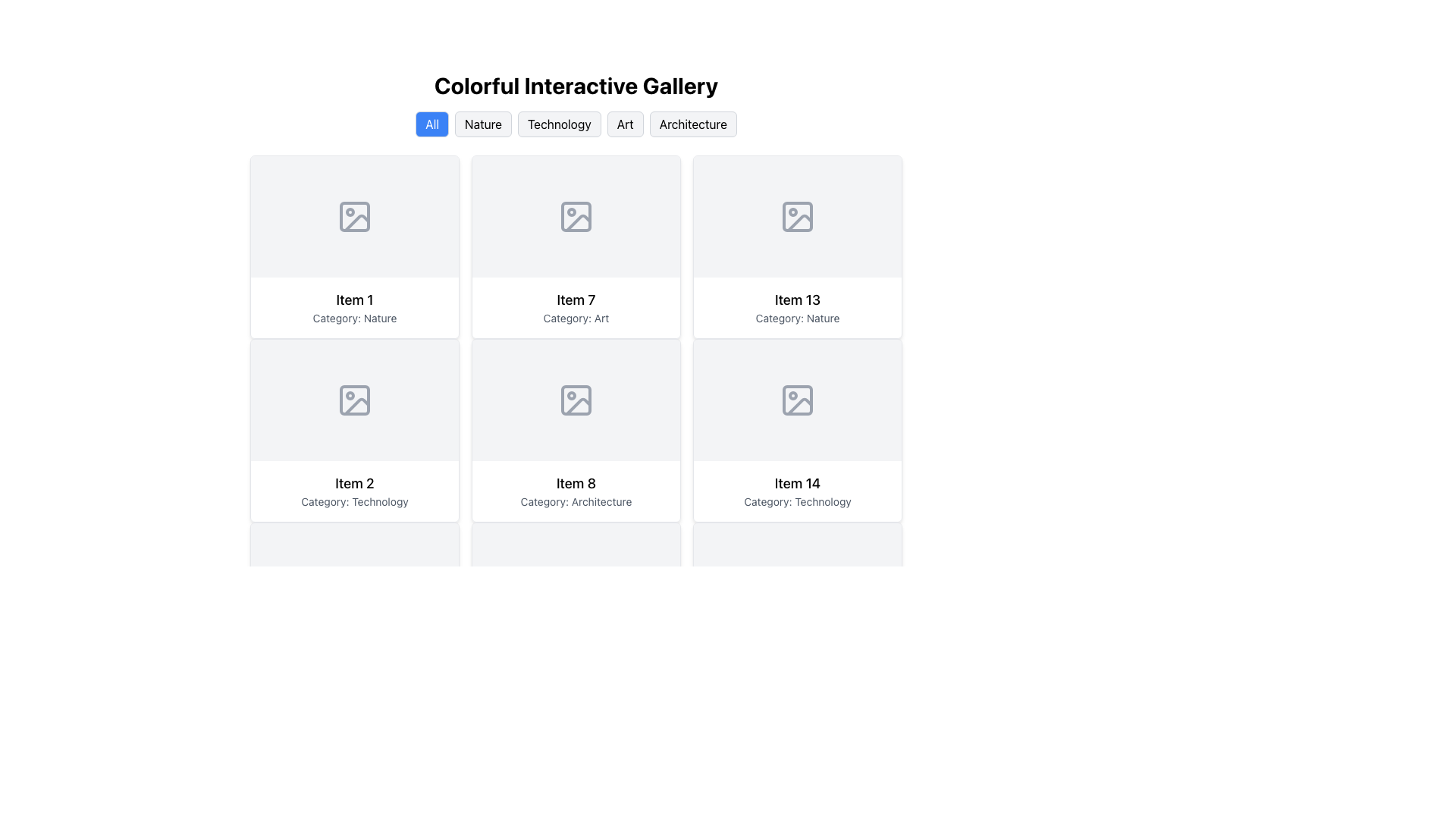  What do you see at coordinates (575, 300) in the screenshot?
I see `the label displaying 'Item 7' which is located in the second card of the second row in the grid, centered in the middle column` at bounding box center [575, 300].